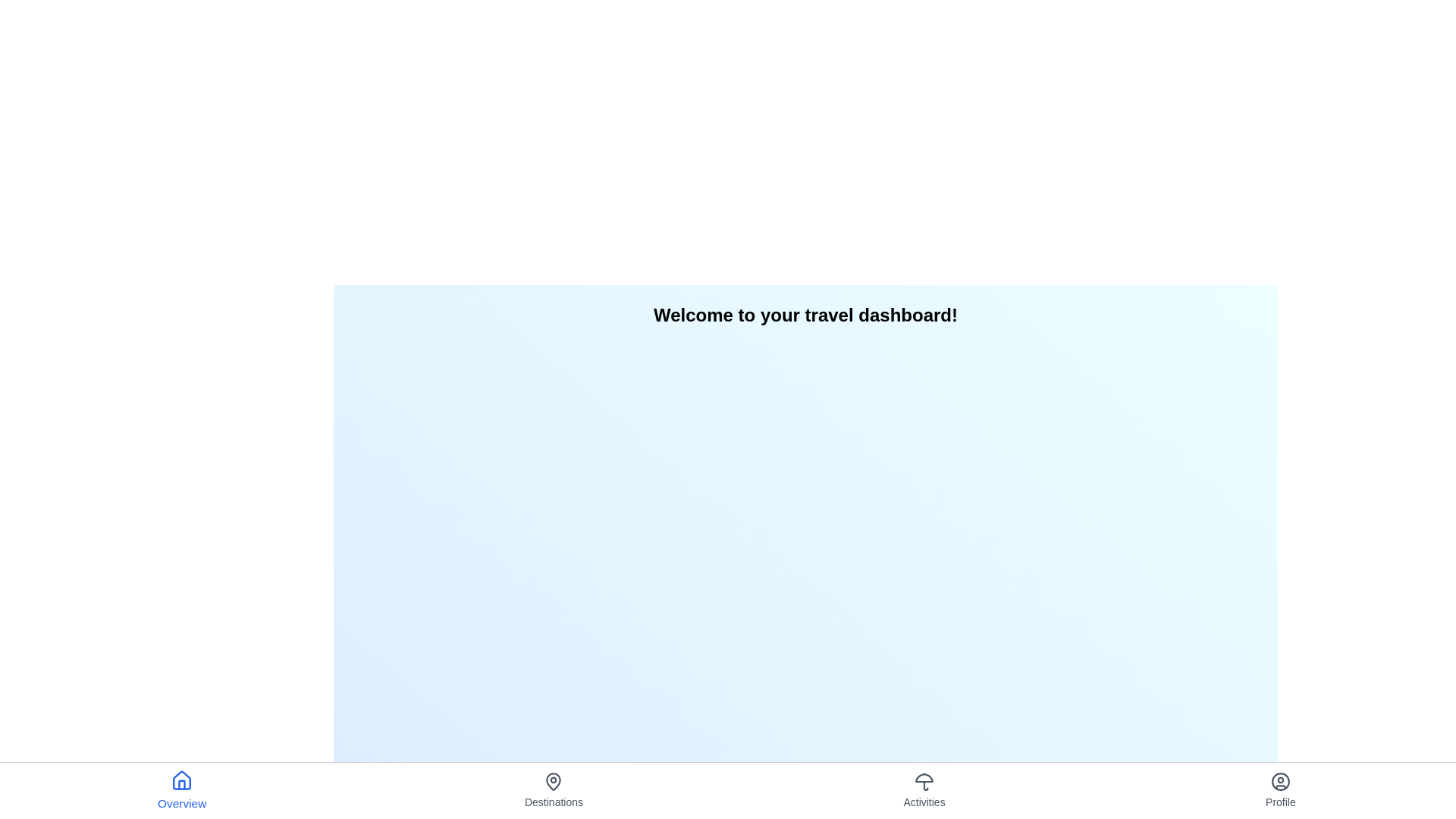 This screenshot has width=1456, height=819. I want to click on the text label located in the bottom navigation bar directly under the umbrella icon, so click(924, 801).